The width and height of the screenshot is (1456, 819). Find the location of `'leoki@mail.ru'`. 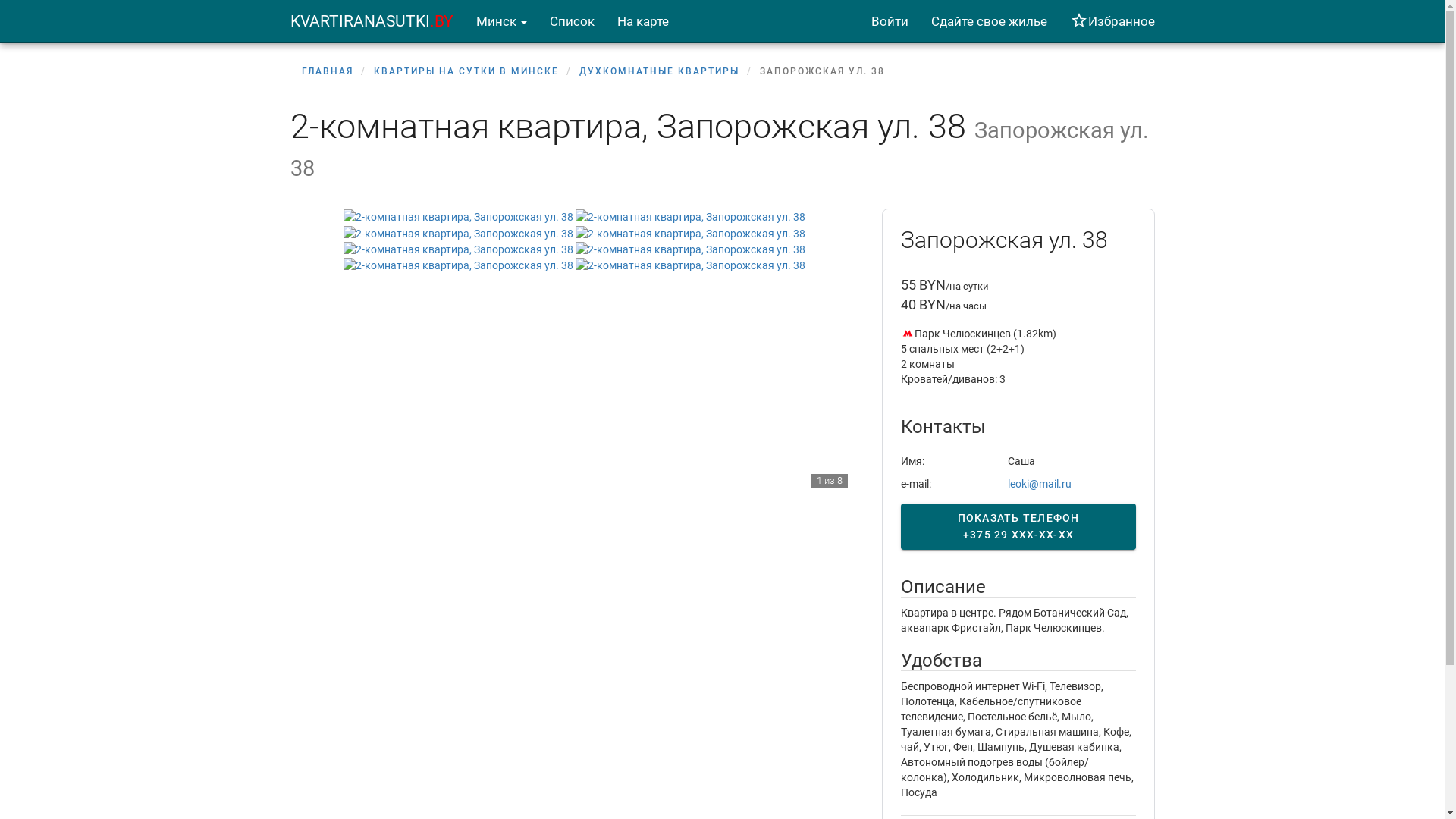

'leoki@mail.ru' is located at coordinates (1039, 483).